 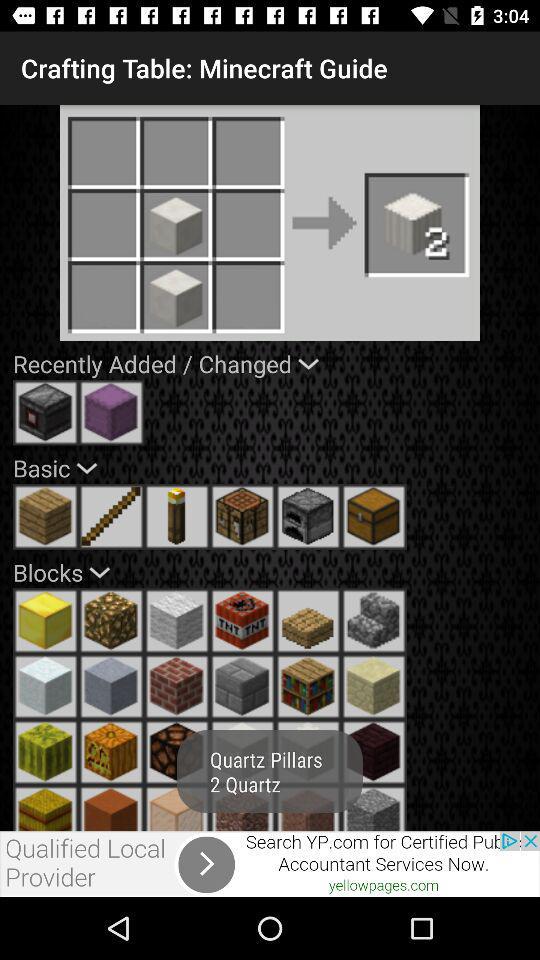 I want to click on share article, so click(x=270, y=863).